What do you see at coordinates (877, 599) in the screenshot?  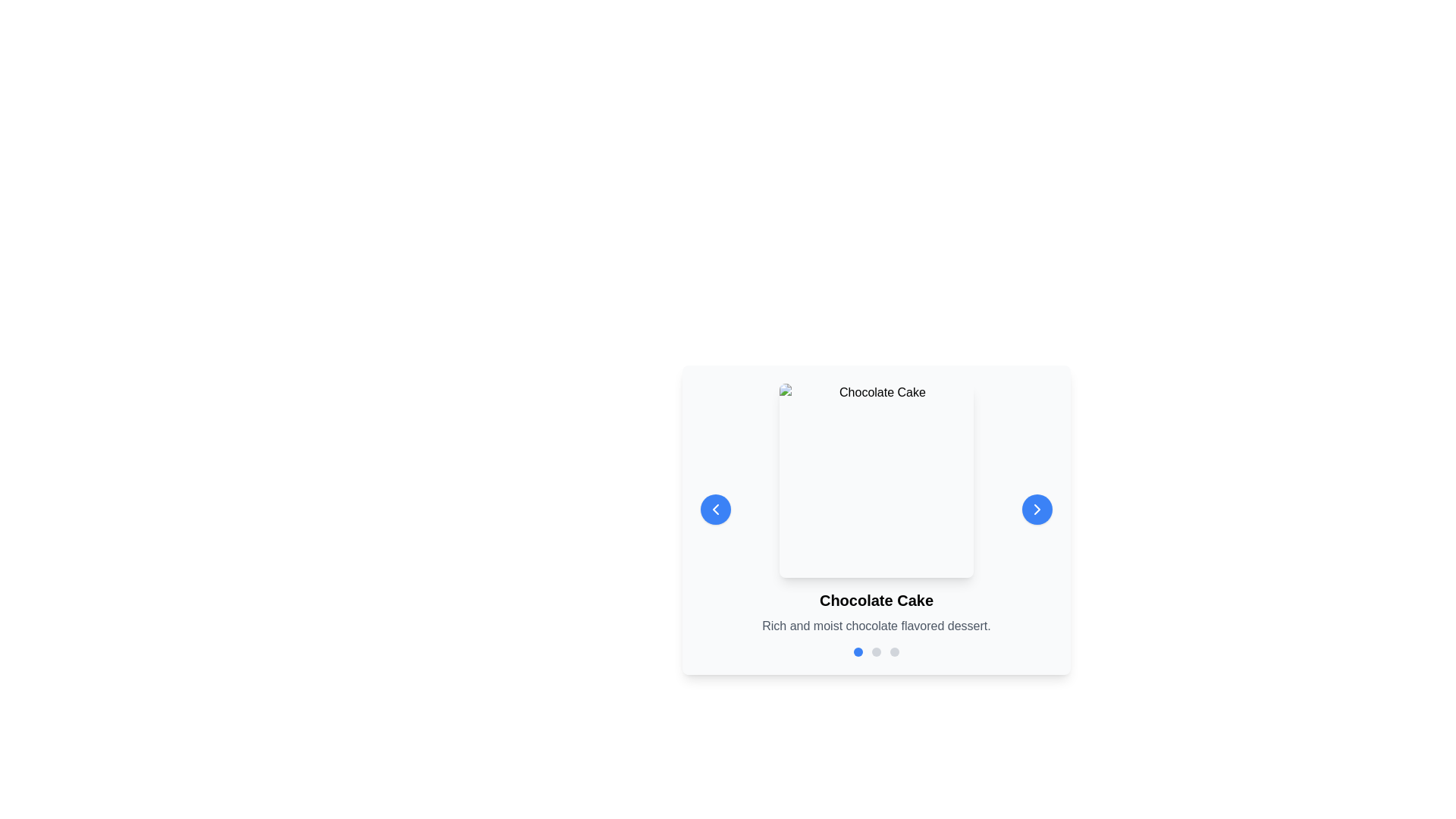 I see `the text label reading 'Chocolate Cake', which is displayed in bold and larger font, centrally aligned below an image of a cake` at bounding box center [877, 599].